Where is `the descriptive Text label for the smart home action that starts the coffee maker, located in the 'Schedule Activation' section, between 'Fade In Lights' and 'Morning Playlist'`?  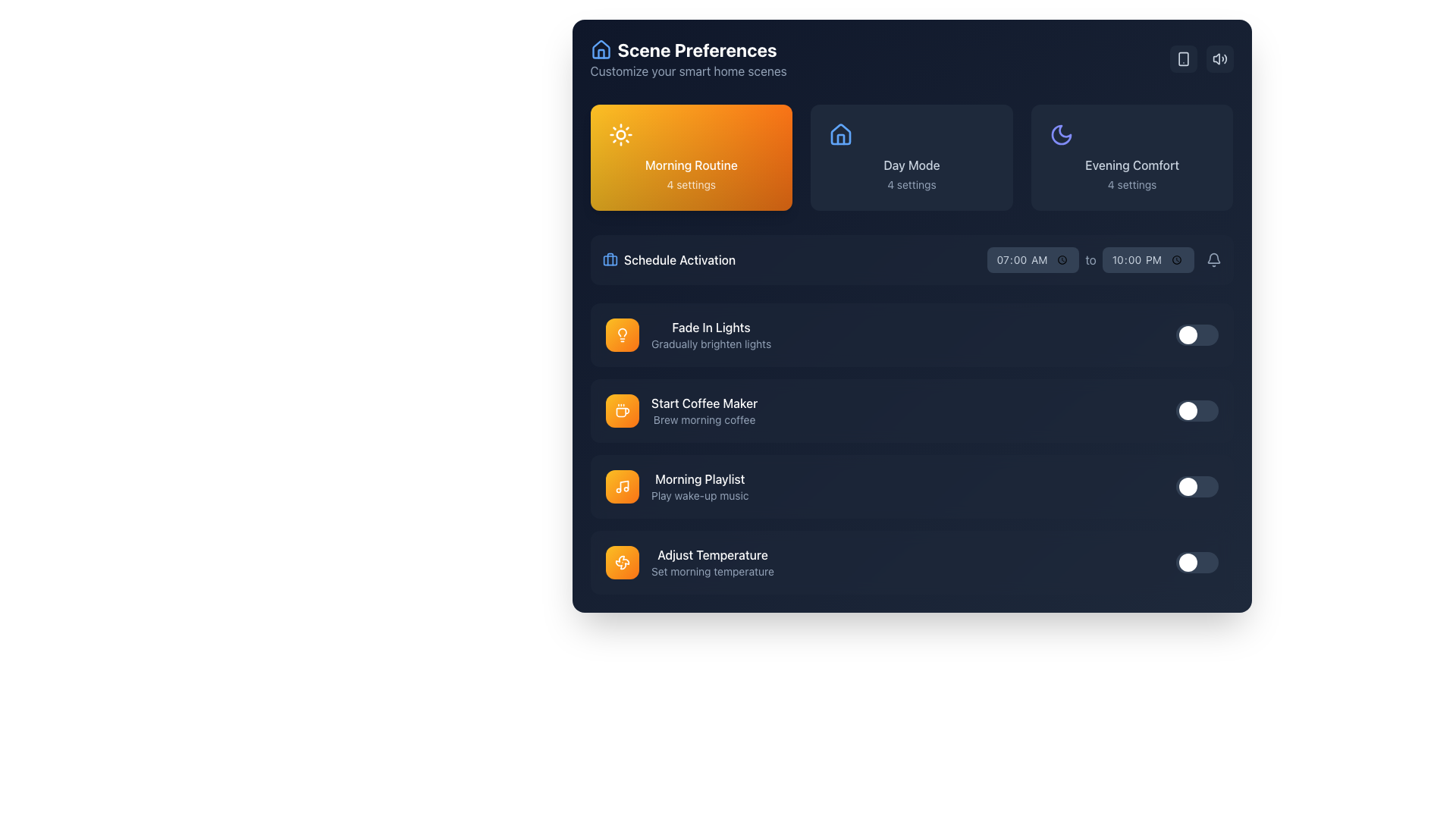 the descriptive Text label for the smart home action that starts the coffee maker, located in the 'Schedule Activation' section, between 'Fade In Lights' and 'Morning Playlist' is located at coordinates (703, 411).